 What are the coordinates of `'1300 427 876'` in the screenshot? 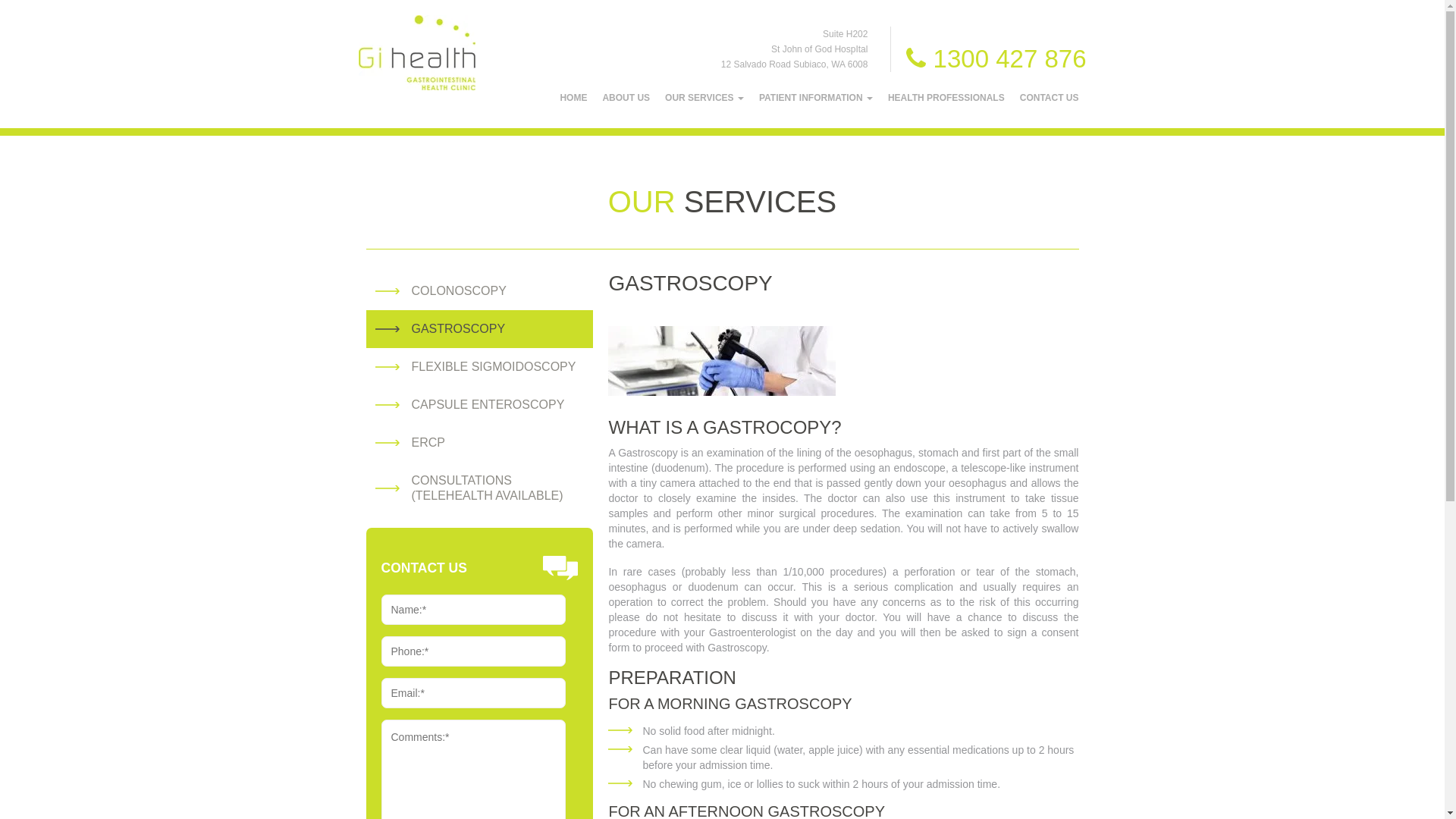 It's located at (996, 58).